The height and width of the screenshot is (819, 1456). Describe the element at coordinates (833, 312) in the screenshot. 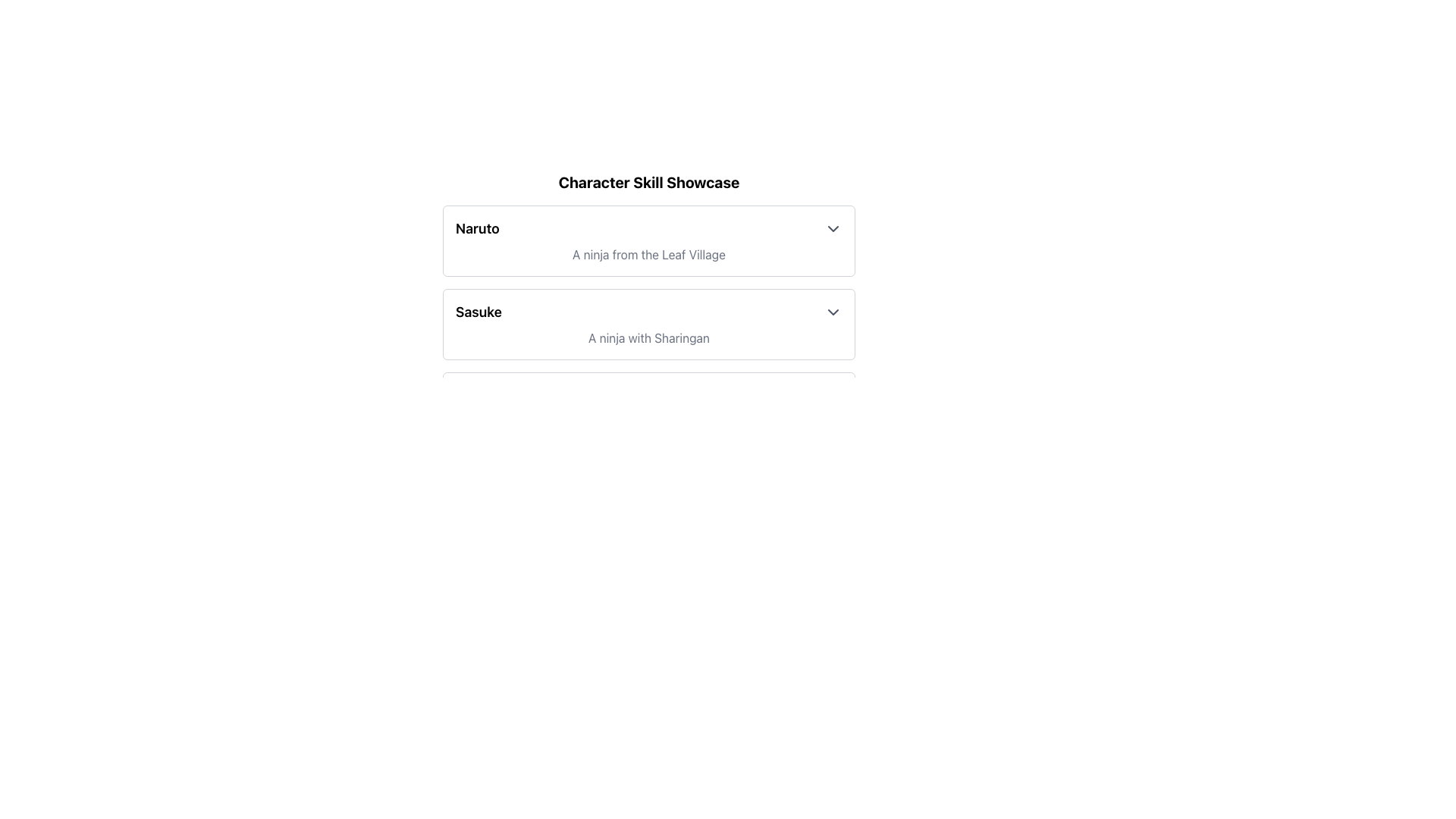

I see `the dropdown icon button located to the far right of the 'Sasuke' entry` at that location.